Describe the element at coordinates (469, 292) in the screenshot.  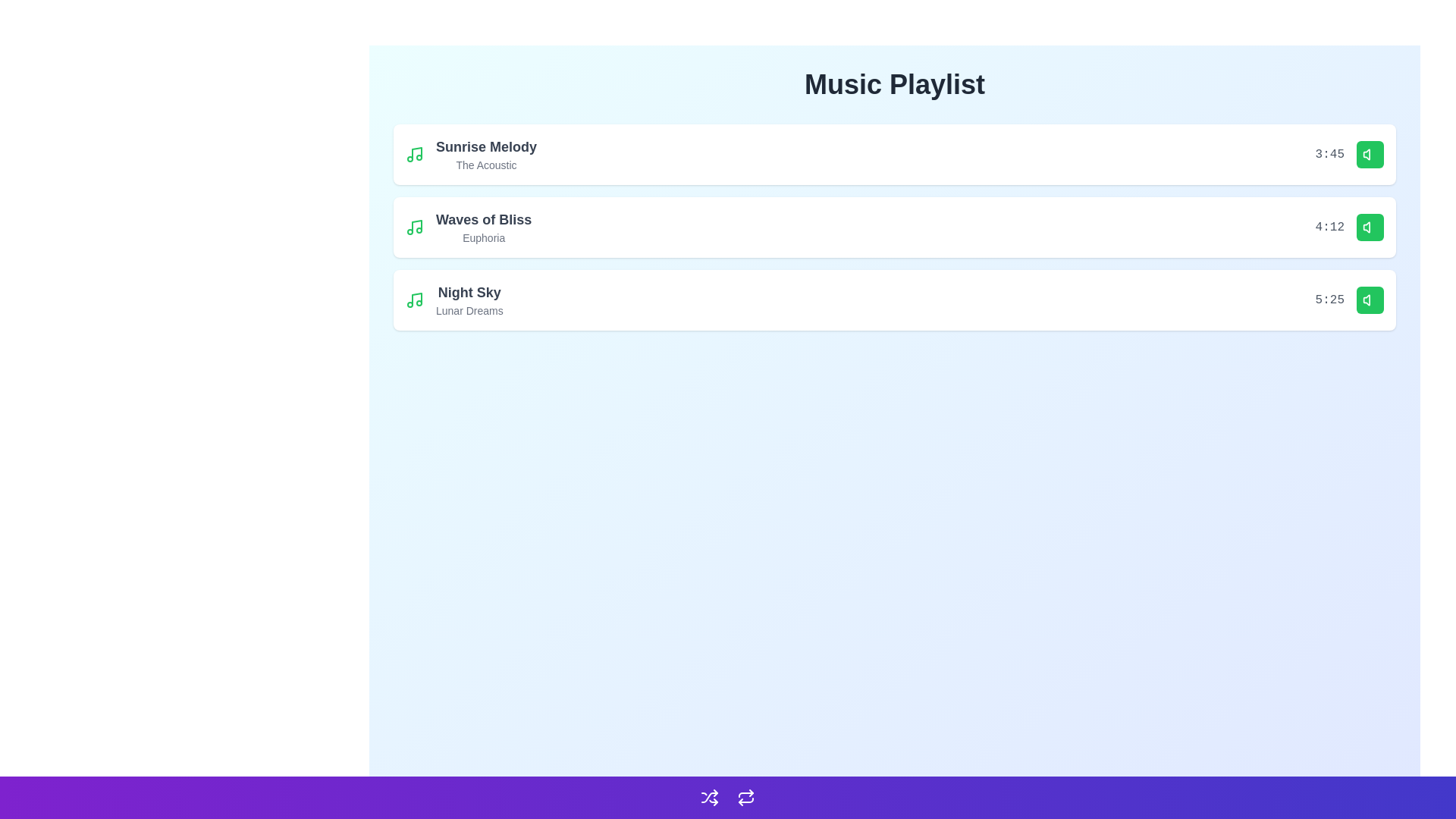
I see `the text element displaying 'Night Sky'` at that location.